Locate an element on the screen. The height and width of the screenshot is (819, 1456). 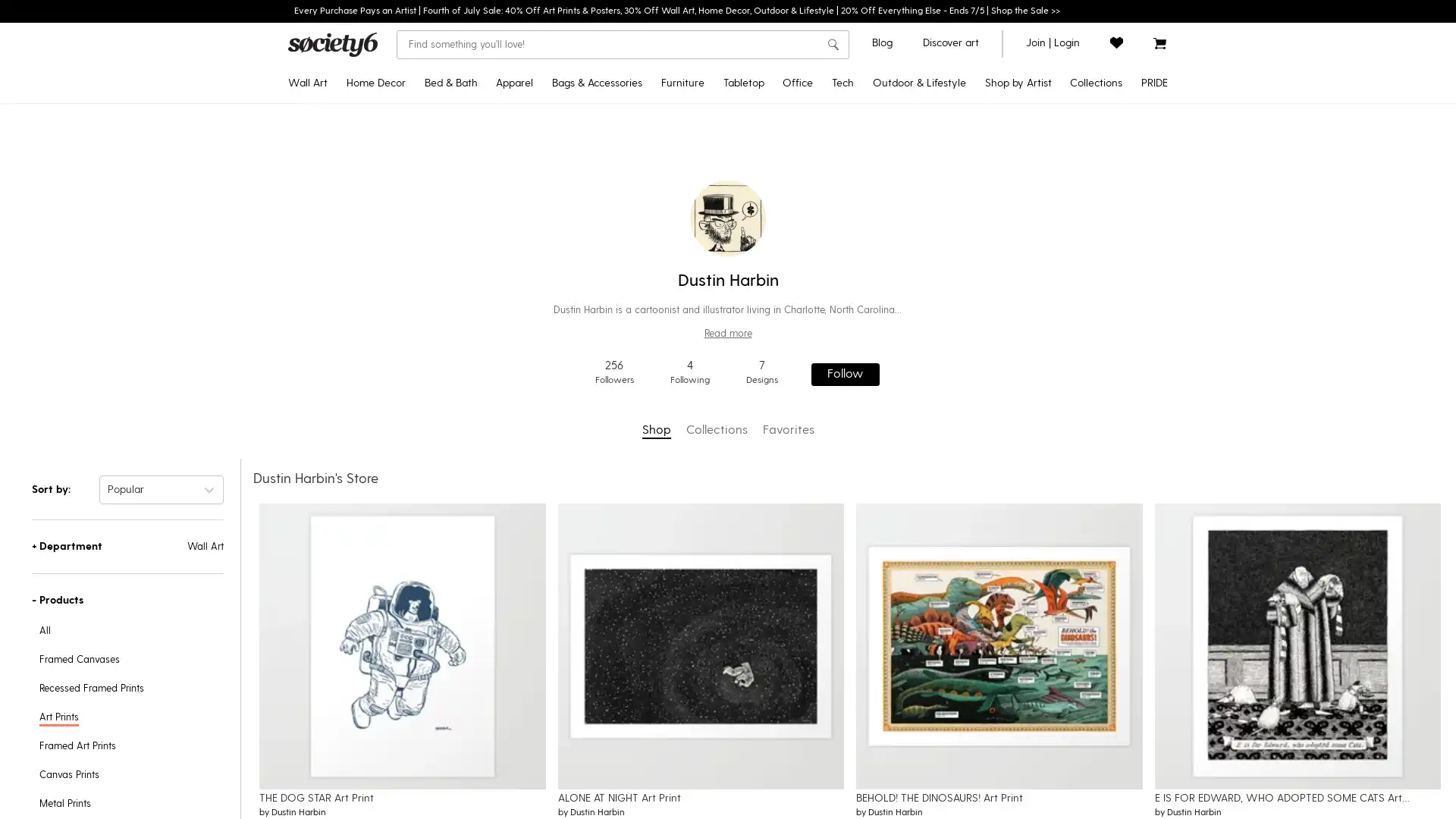
Laptop Sleeves is located at coordinates (896, 315).